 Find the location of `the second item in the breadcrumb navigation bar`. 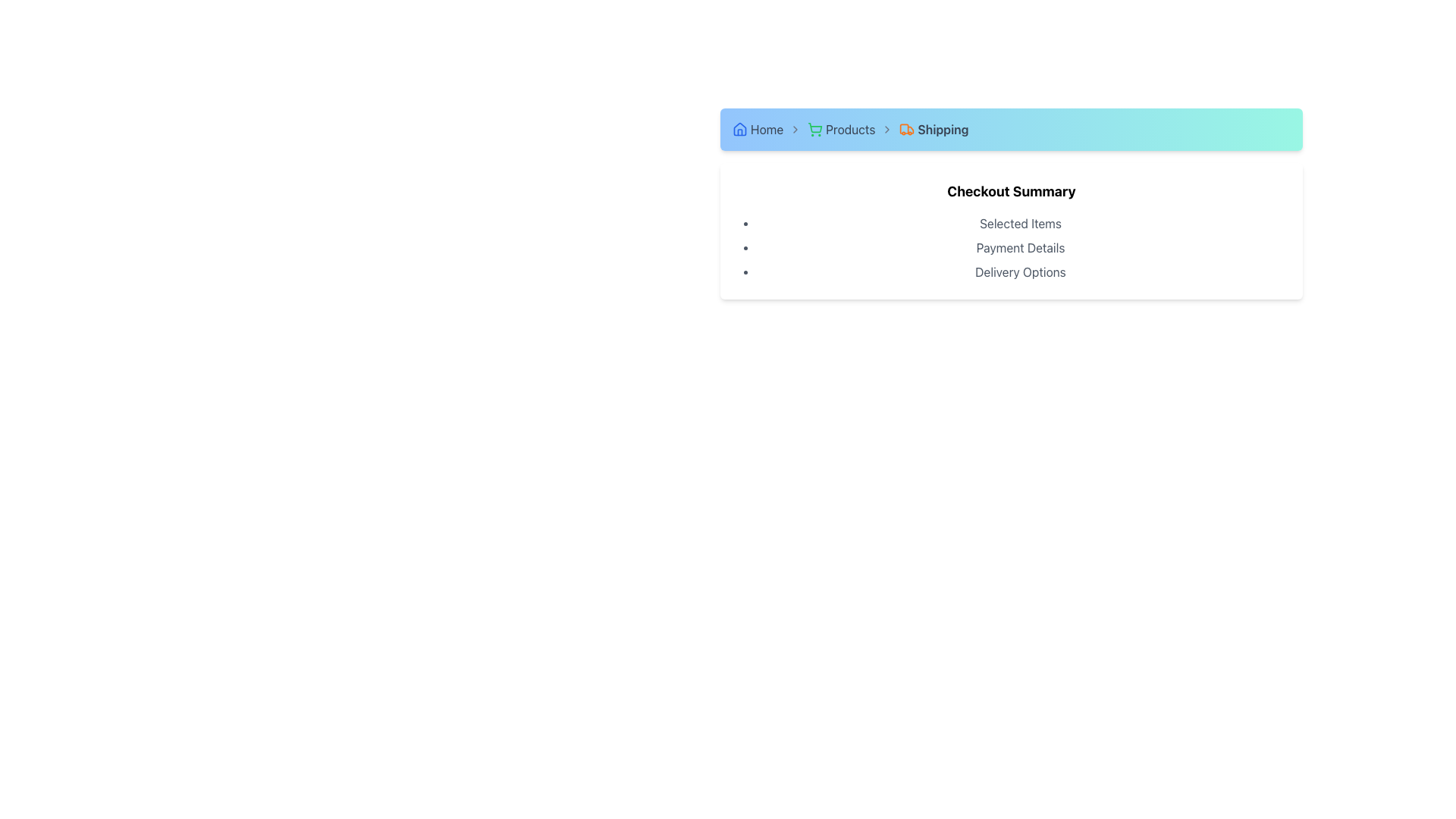

the second item in the breadcrumb navigation bar is located at coordinates (840, 128).